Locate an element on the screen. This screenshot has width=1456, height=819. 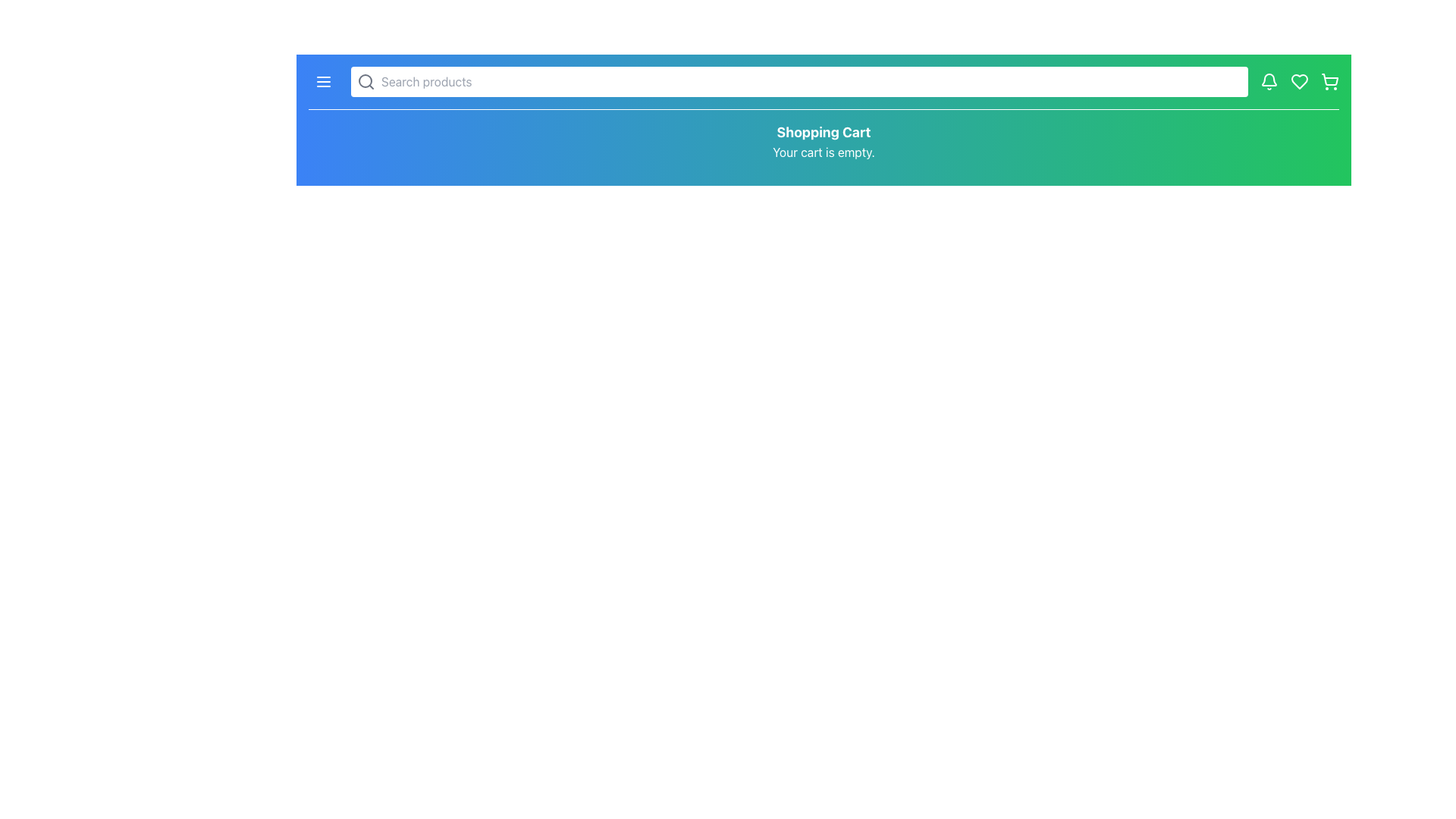
the shopping cart icon button located on the right side of the horizontal navigation bar is located at coordinates (1329, 82).